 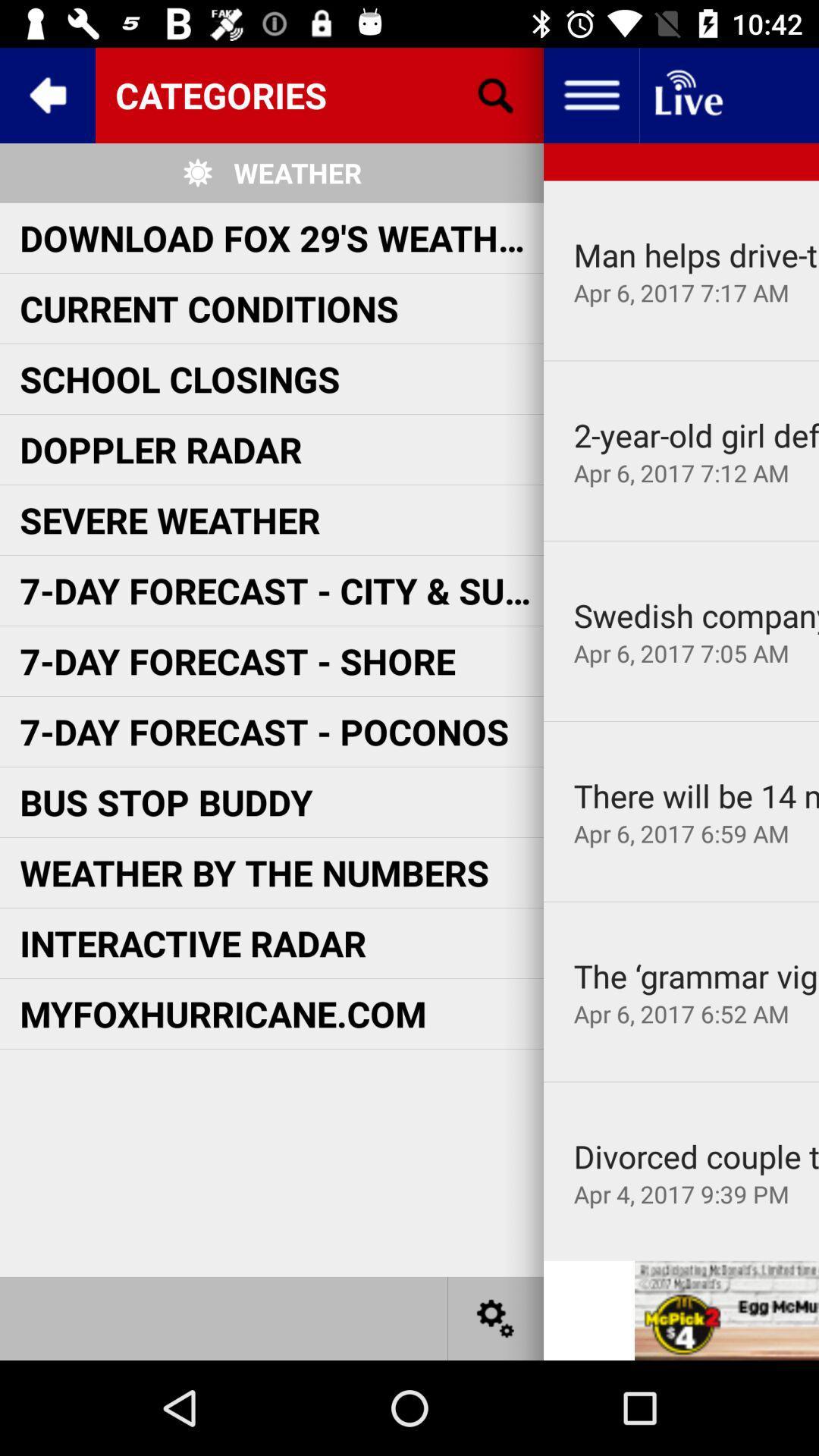 What do you see at coordinates (680, 541) in the screenshot?
I see `icon below apr 6 2017 app` at bounding box center [680, 541].